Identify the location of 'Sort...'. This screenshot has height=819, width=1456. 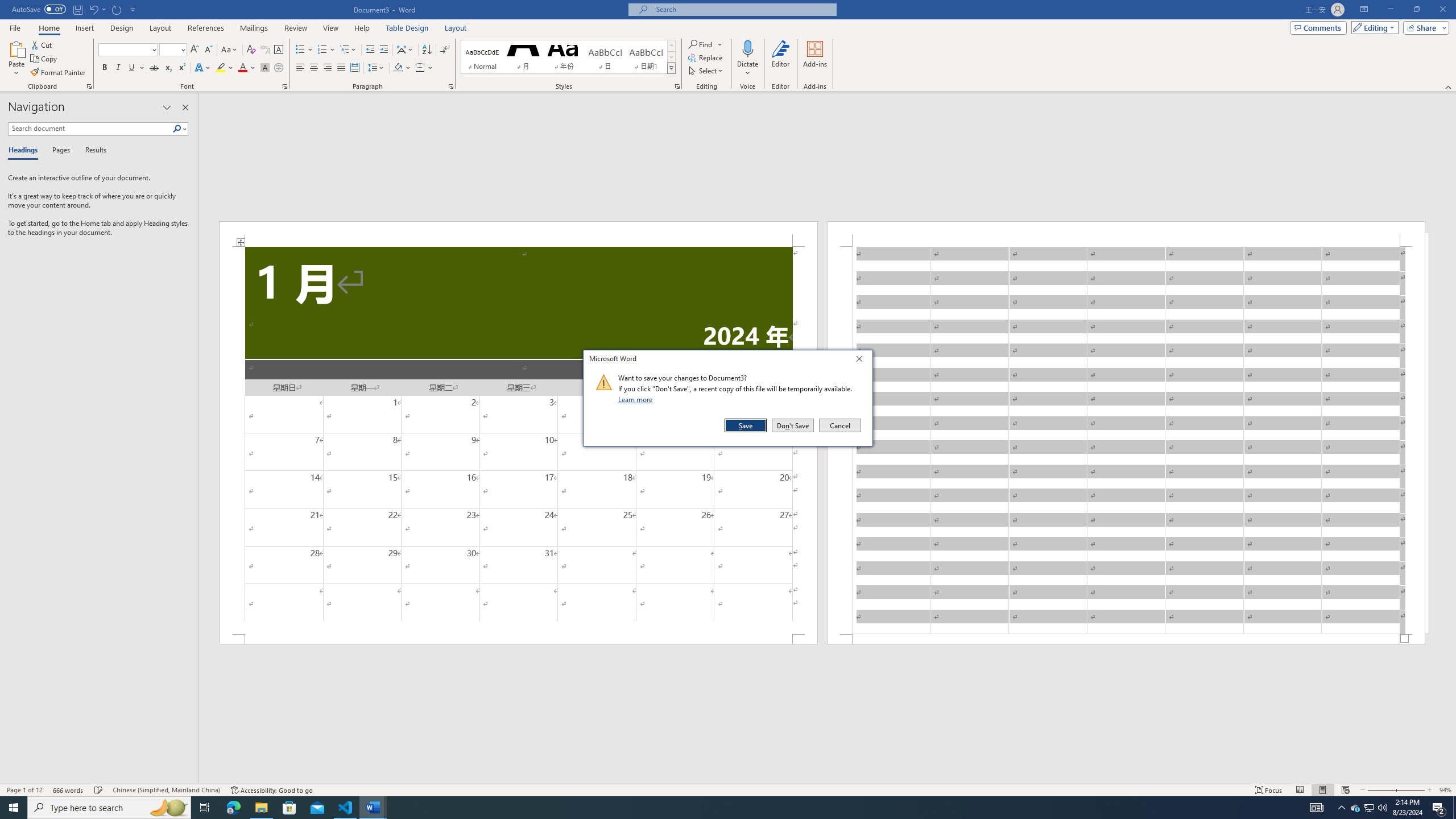
(427, 49).